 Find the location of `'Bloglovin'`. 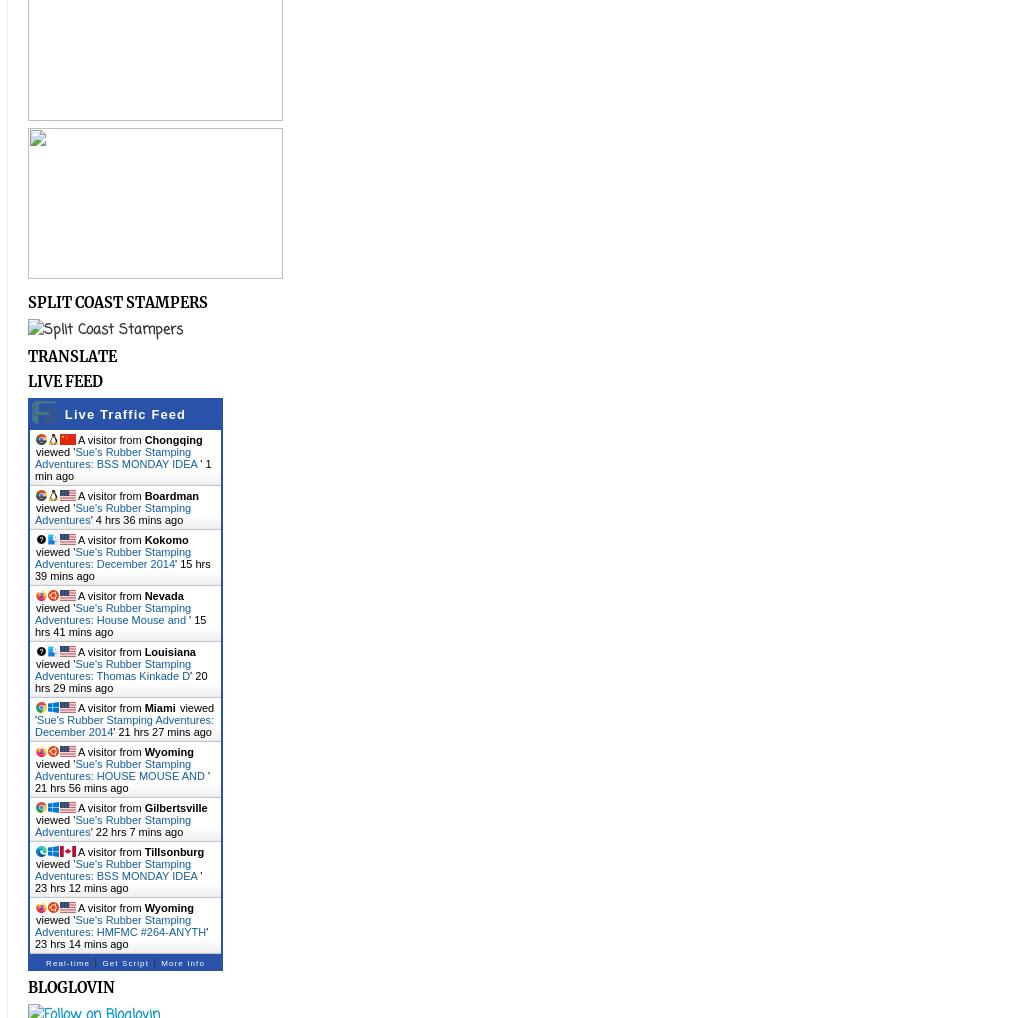

'Bloglovin' is located at coordinates (70, 986).